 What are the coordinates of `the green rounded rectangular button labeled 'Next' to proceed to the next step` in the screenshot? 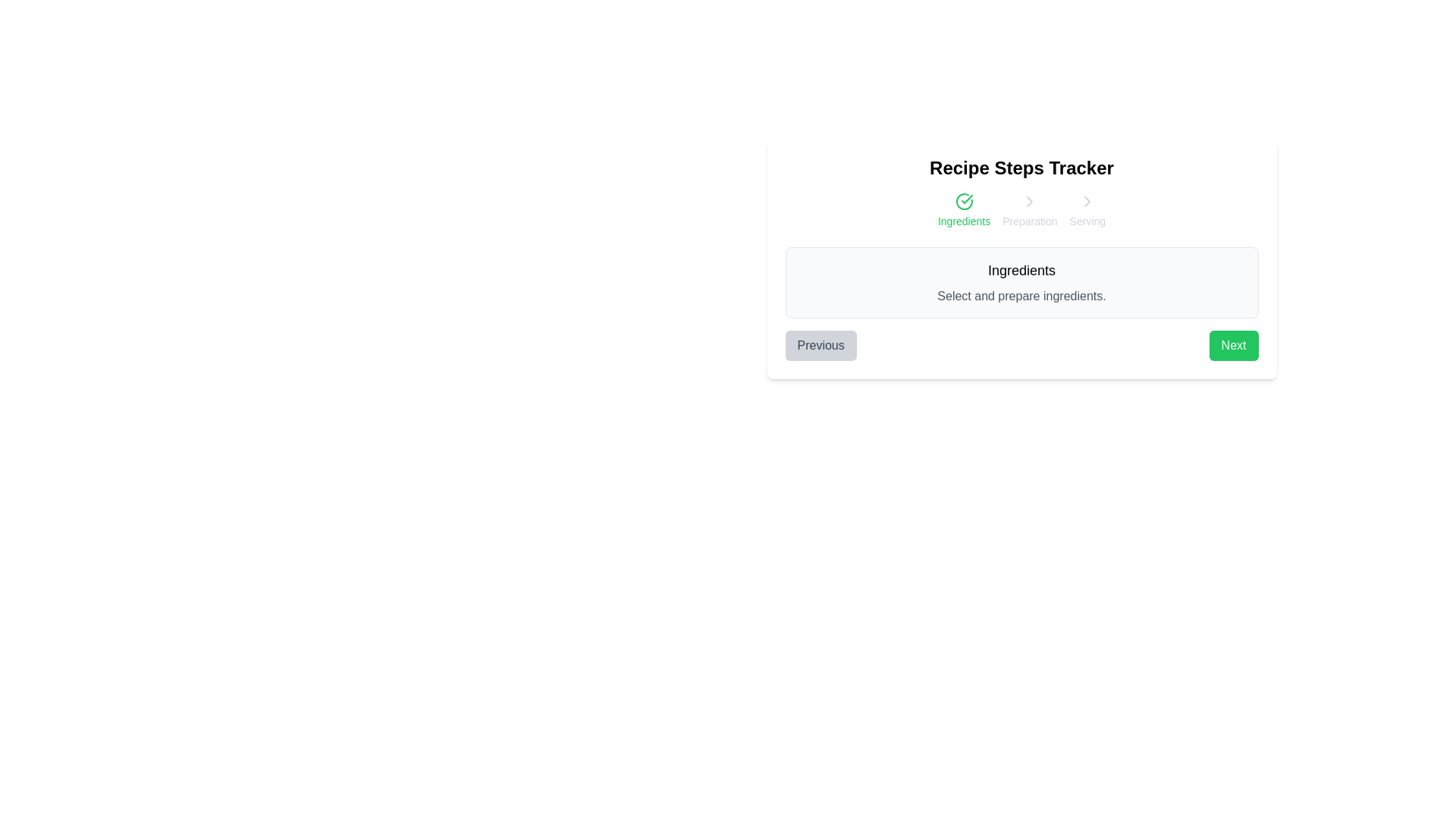 It's located at (1234, 345).